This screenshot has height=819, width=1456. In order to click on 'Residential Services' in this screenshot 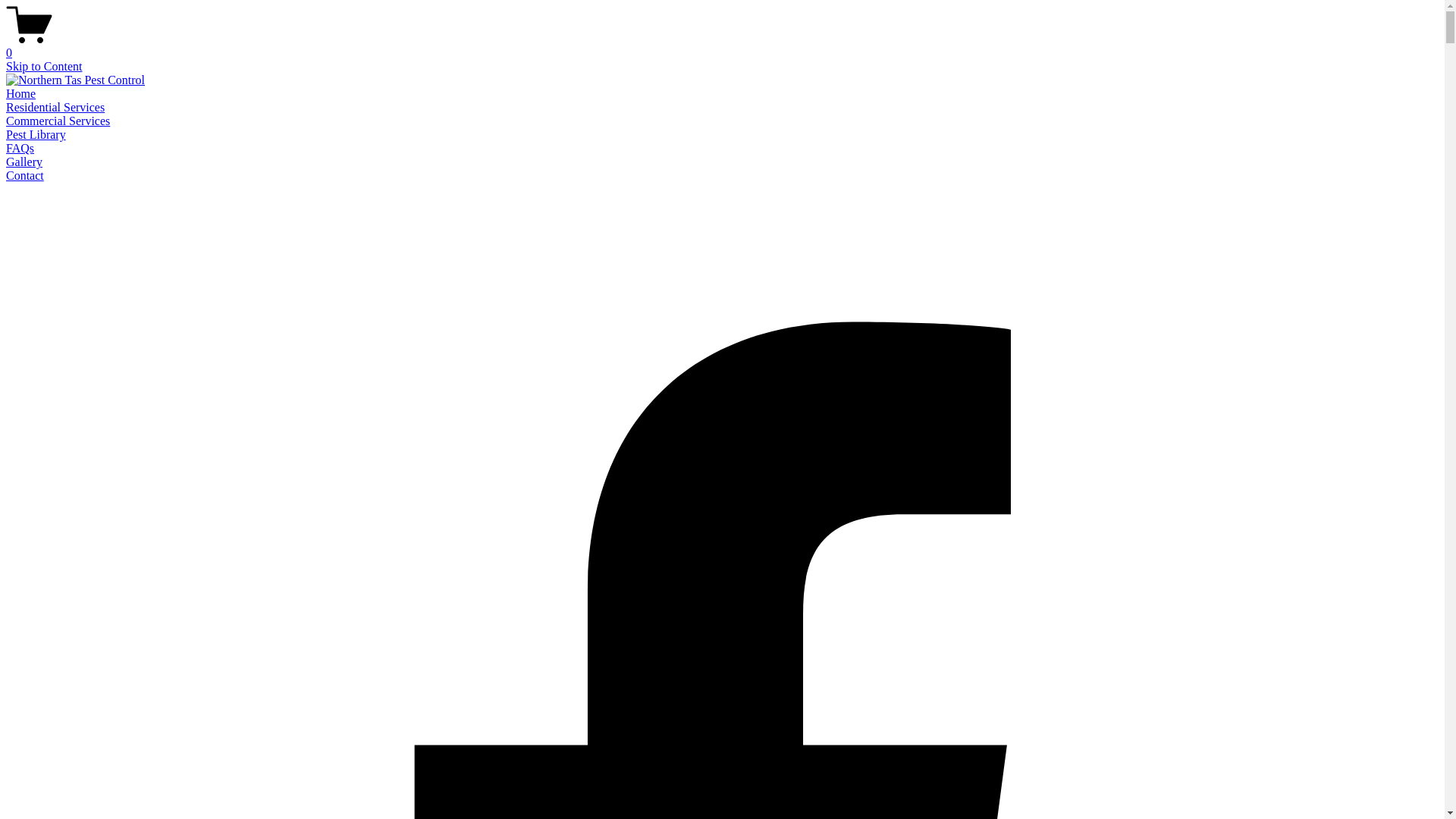, I will do `click(55, 106)`.